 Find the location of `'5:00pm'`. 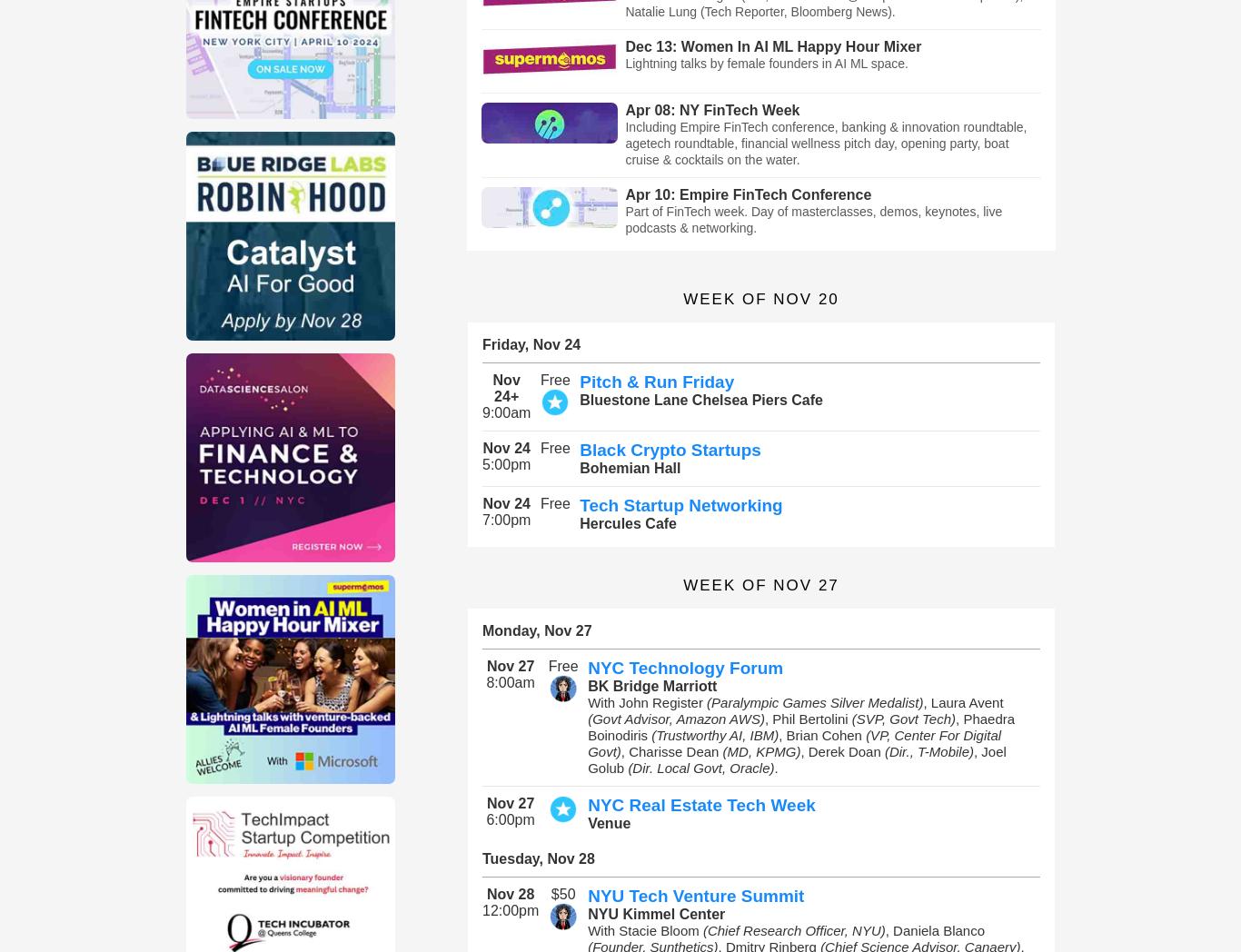

'5:00pm' is located at coordinates (506, 464).